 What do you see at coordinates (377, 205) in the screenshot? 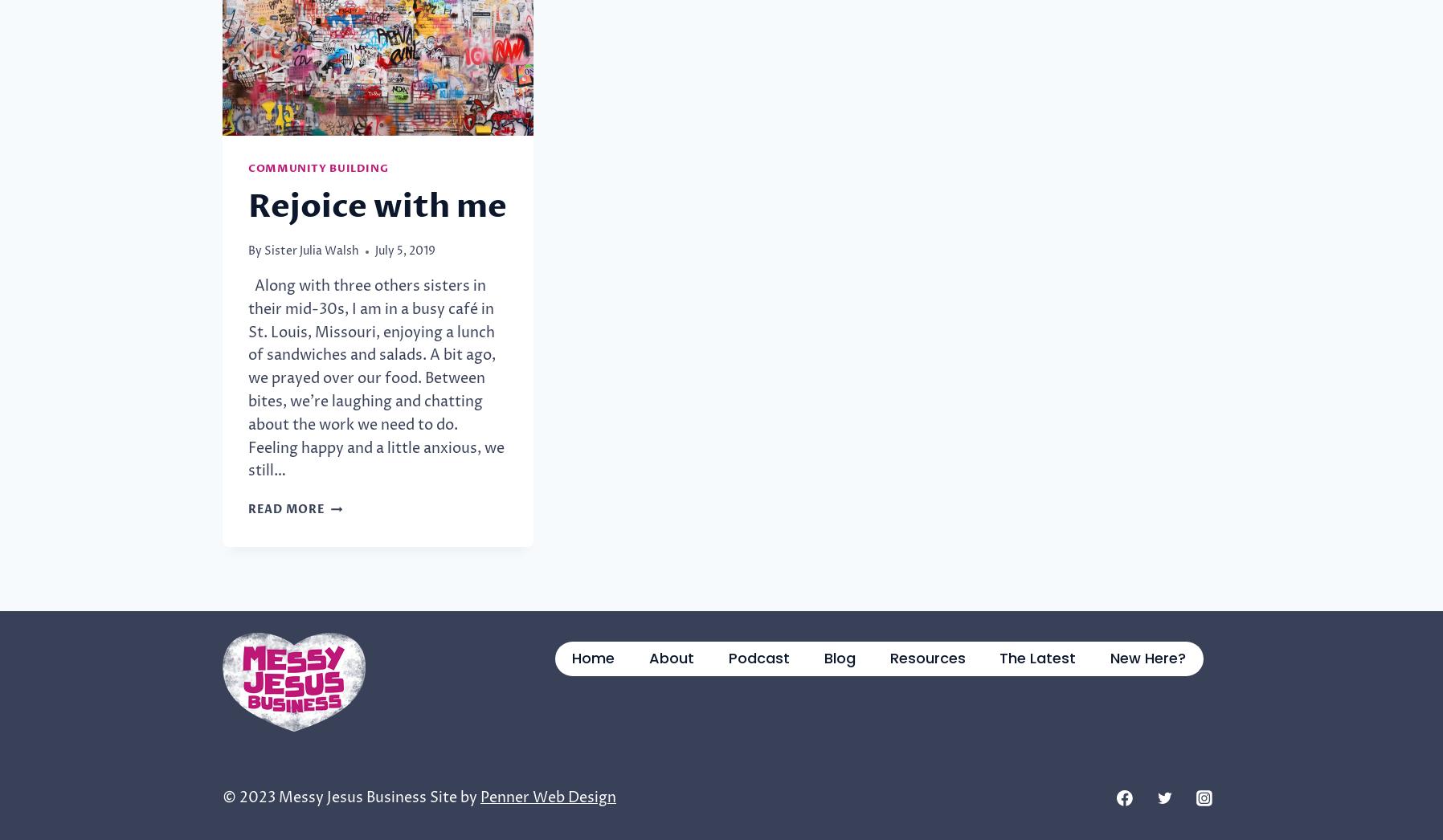
I see `'Rejoice with me'` at bounding box center [377, 205].